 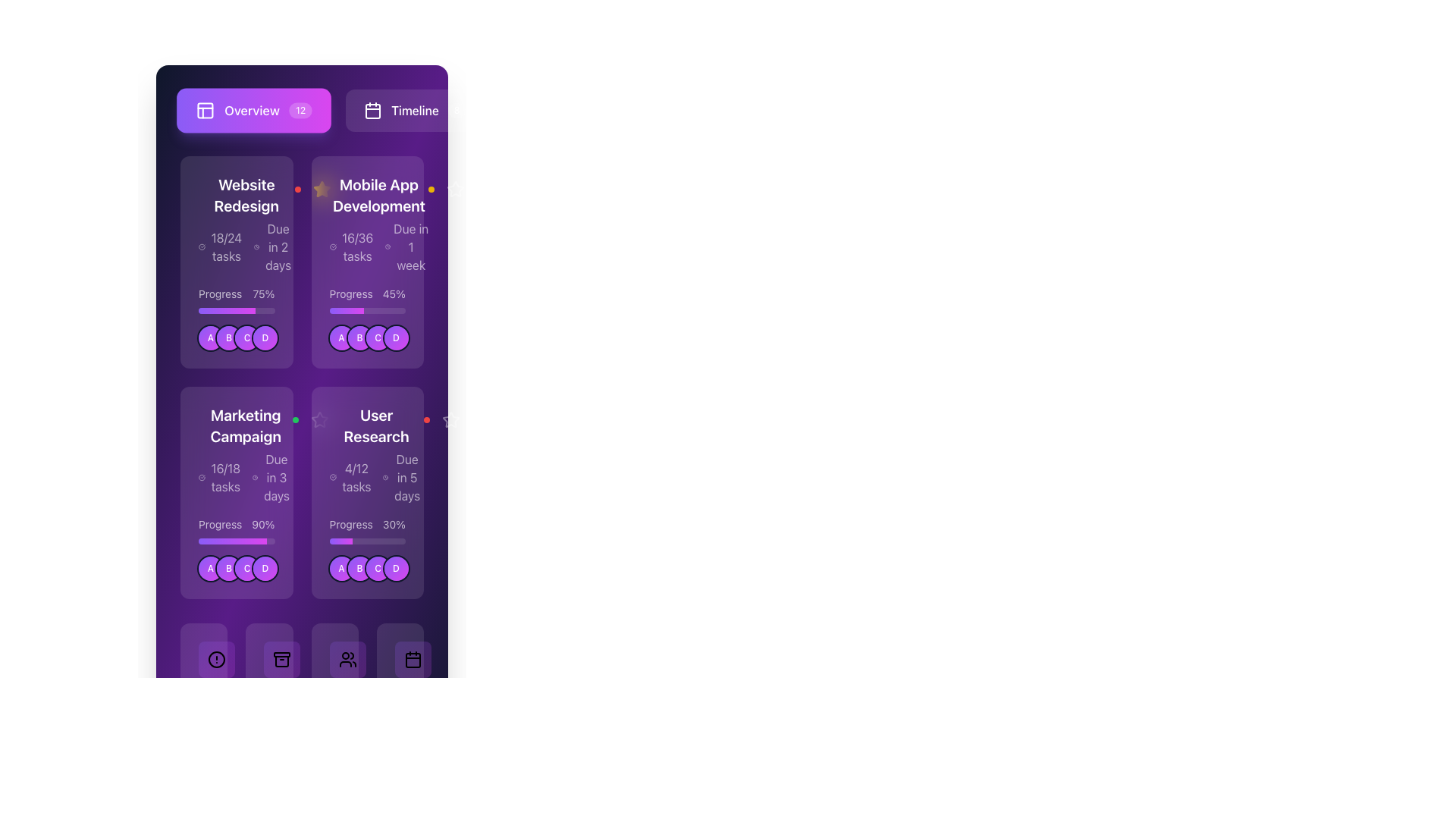 I want to click on the status indicator icon located in the bottom left corner of the row of icons in the lower section of the interface, so click(x=216, y=659).